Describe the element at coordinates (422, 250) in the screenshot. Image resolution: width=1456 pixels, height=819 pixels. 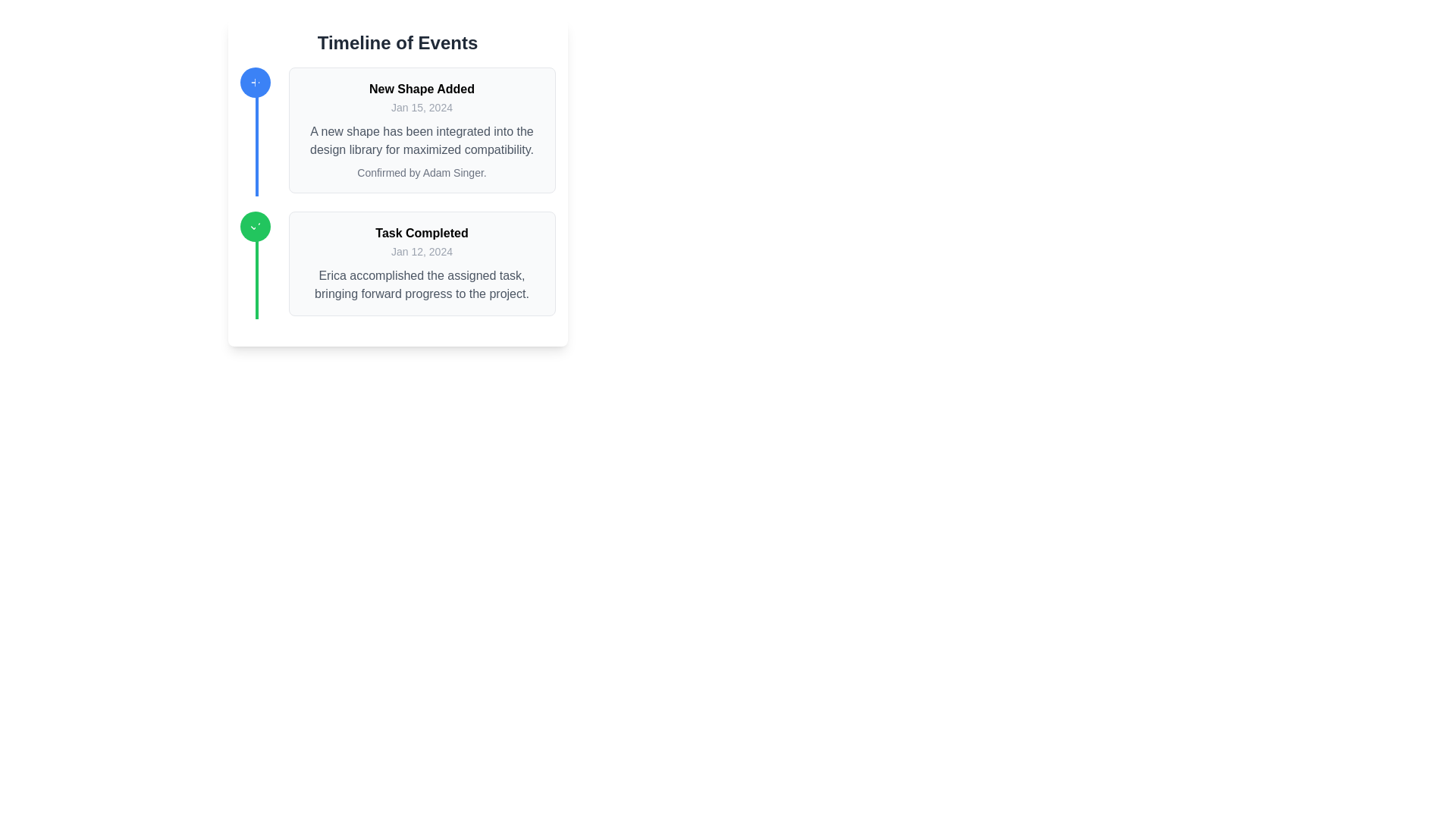
I see `the Text label that acts as a timestamp or date label, located below the 'Task Completed' heading and above the description text in the middle-right region of the layout` at that location.